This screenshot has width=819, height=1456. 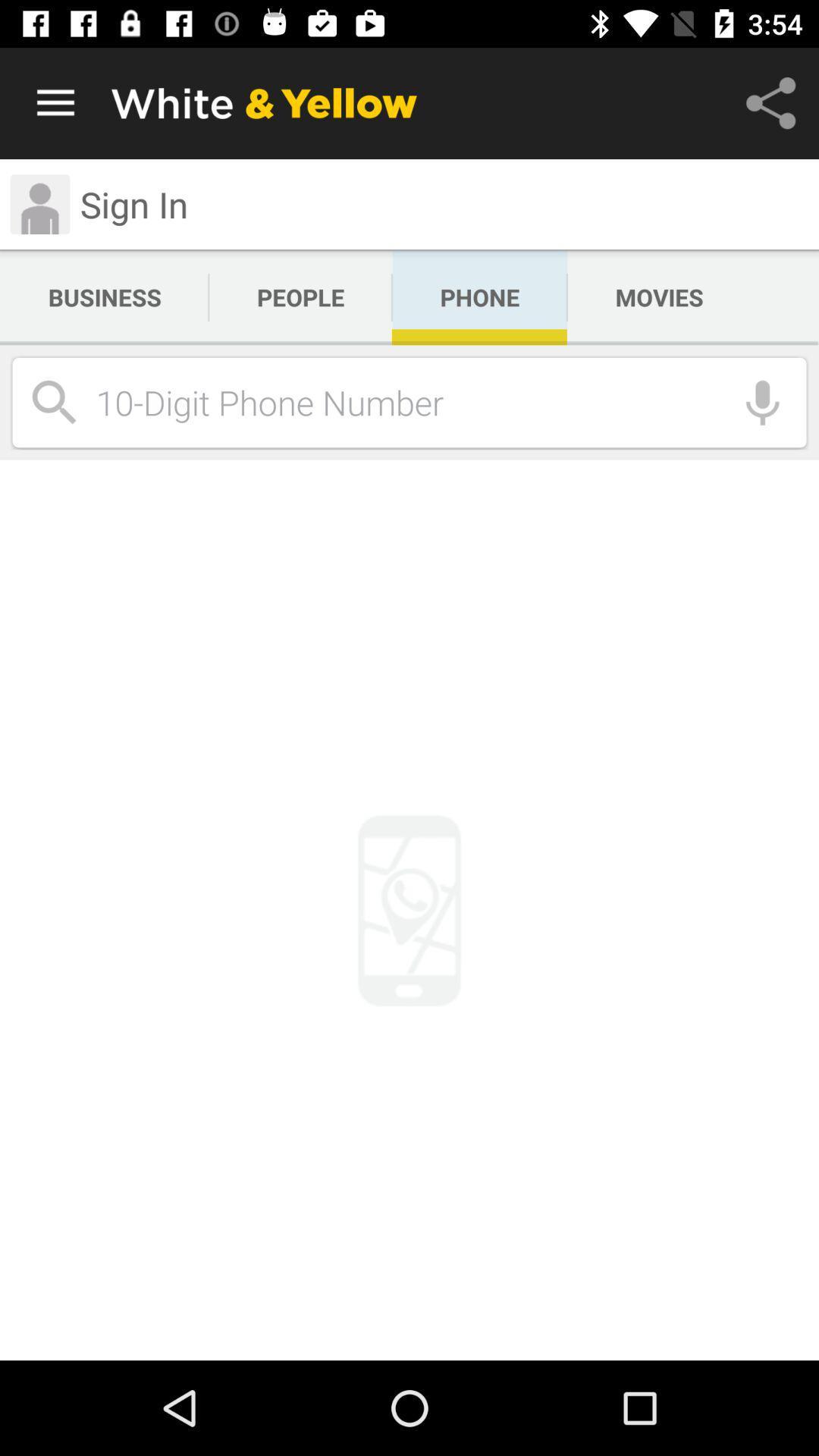 What do you see at coordinates (479, 297) in the screenshot?
I see `icon to the left of movies item` at bounding box center [479, 297].